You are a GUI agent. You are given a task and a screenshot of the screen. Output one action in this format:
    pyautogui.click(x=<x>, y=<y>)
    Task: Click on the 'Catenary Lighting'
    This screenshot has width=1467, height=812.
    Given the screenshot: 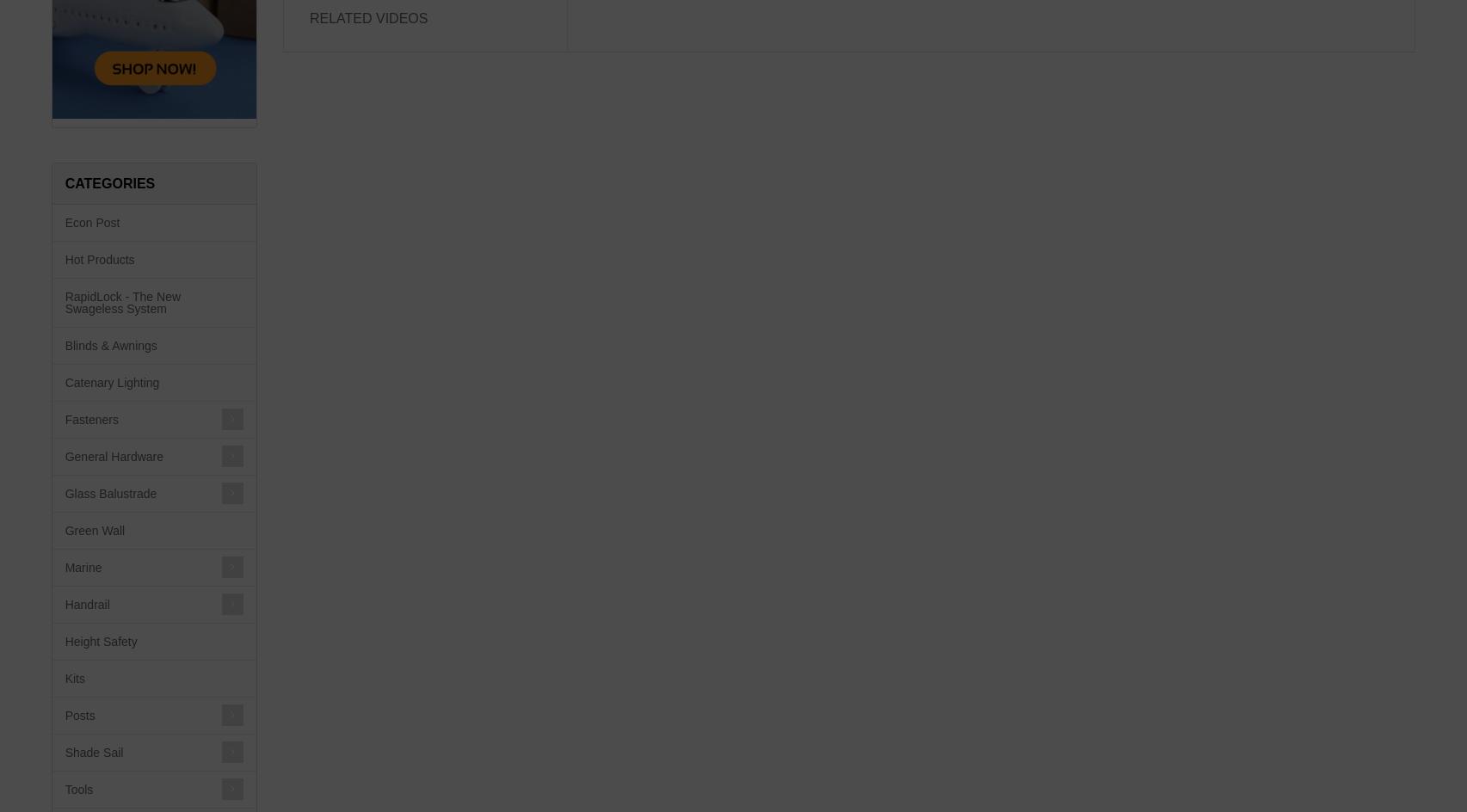 What is the action you would take?
    pyautogui.click(x=111, y=382)
    